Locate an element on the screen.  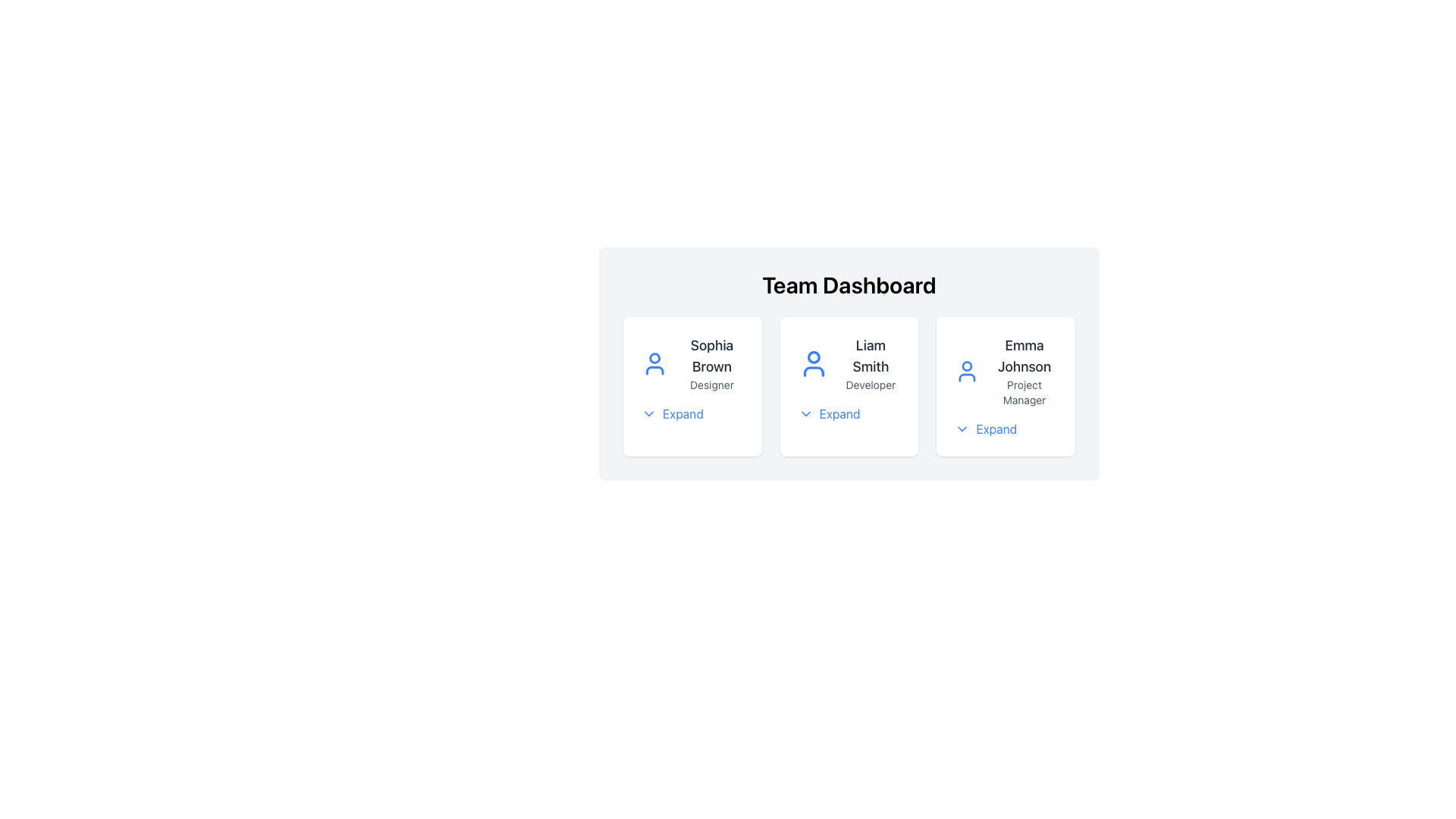
the chevron icon next to the 'Expand' text in the user card labeled 'Sophia Brown Designer' is located at coordinates (648, 414).